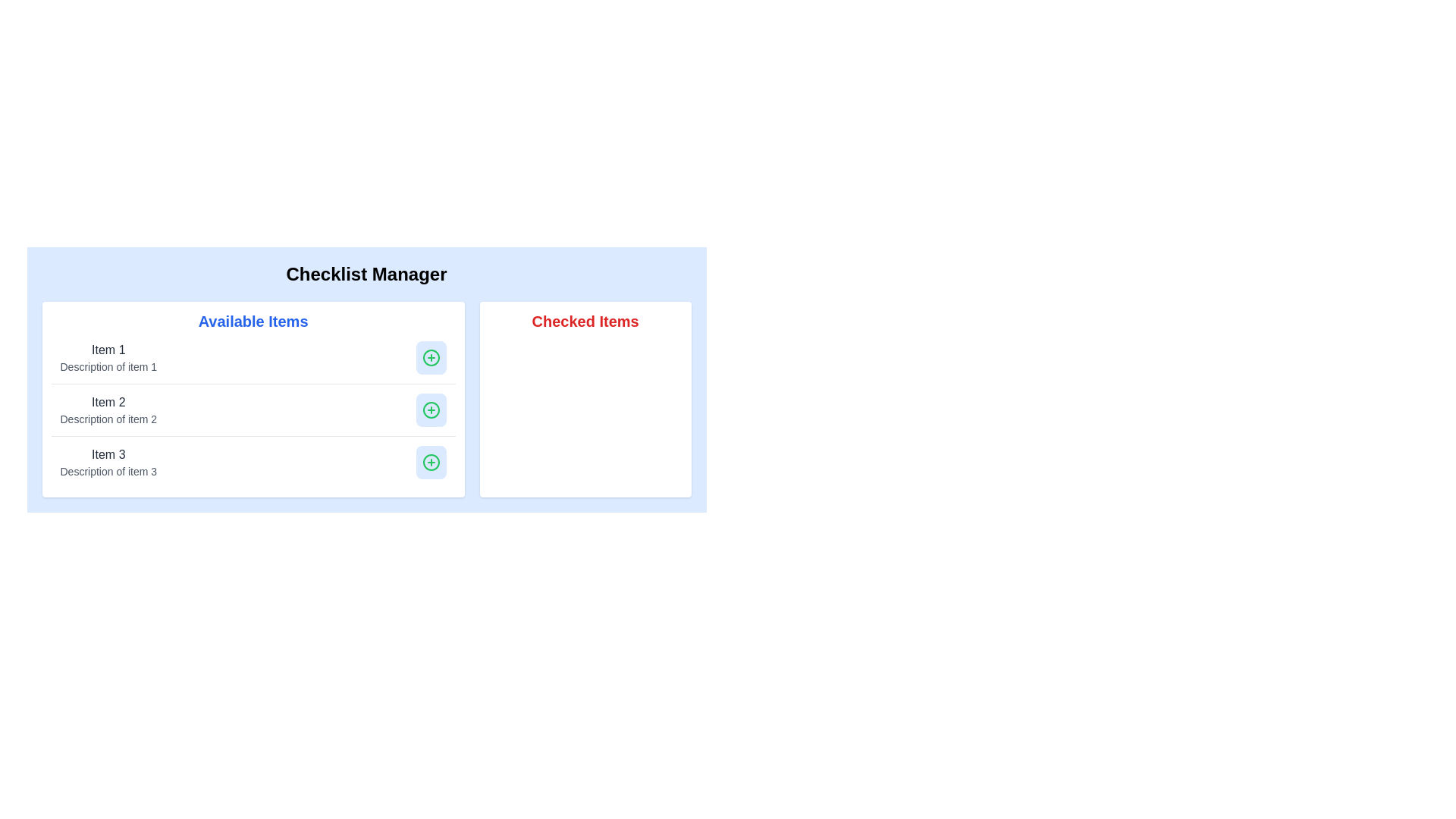 This screenshot has width=1456, height=819. What do you see at coordinates (430, 461) in the screenshot?
I see `the circular button with a green outline and a plus symbol, located in the 'Available Items' section` at bounding box center [430, 461].